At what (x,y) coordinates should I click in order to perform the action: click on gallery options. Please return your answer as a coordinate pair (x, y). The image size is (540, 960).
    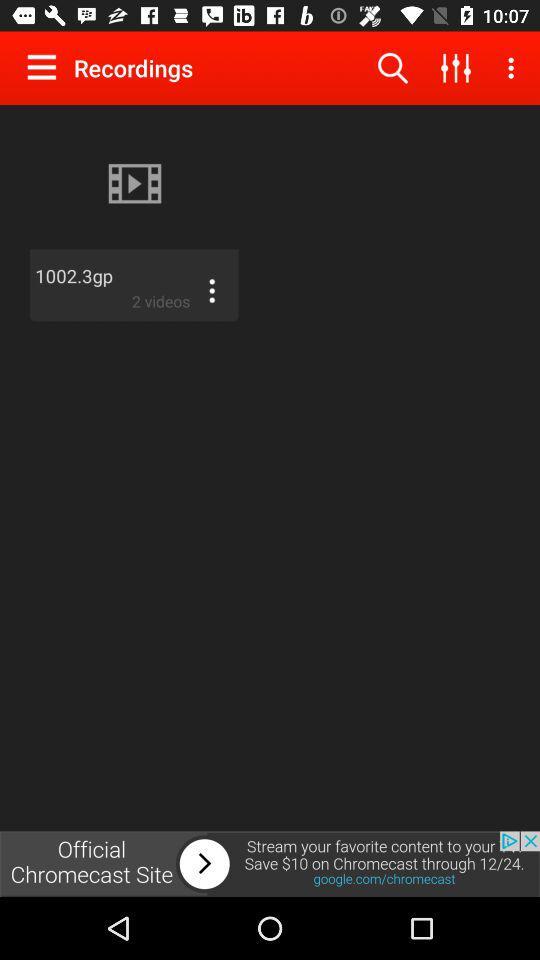
    Looking at the image, I should click on (46, 67).